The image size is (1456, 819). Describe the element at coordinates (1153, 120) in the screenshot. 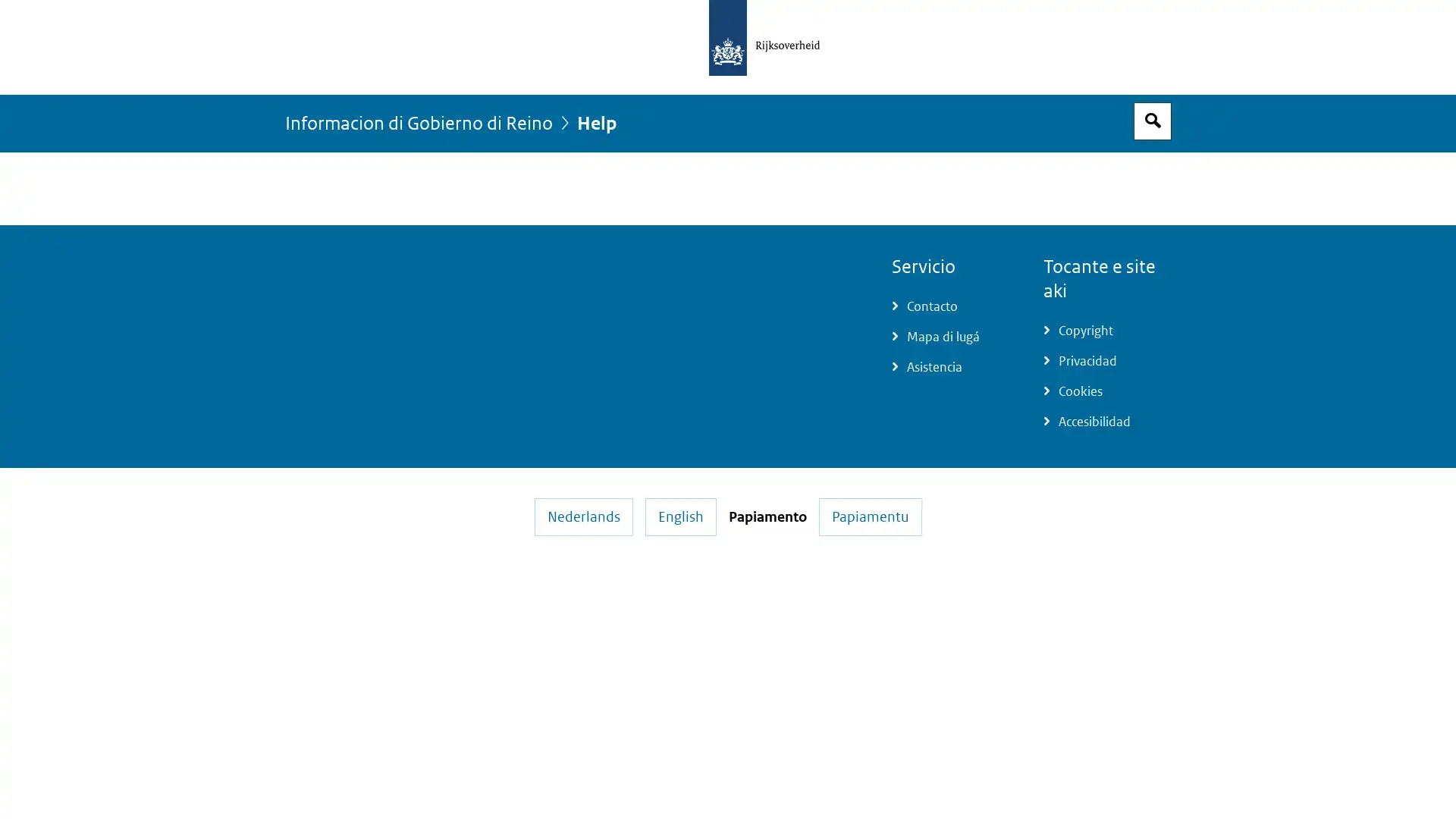

I see `Espacio pa busca habri` at that location.